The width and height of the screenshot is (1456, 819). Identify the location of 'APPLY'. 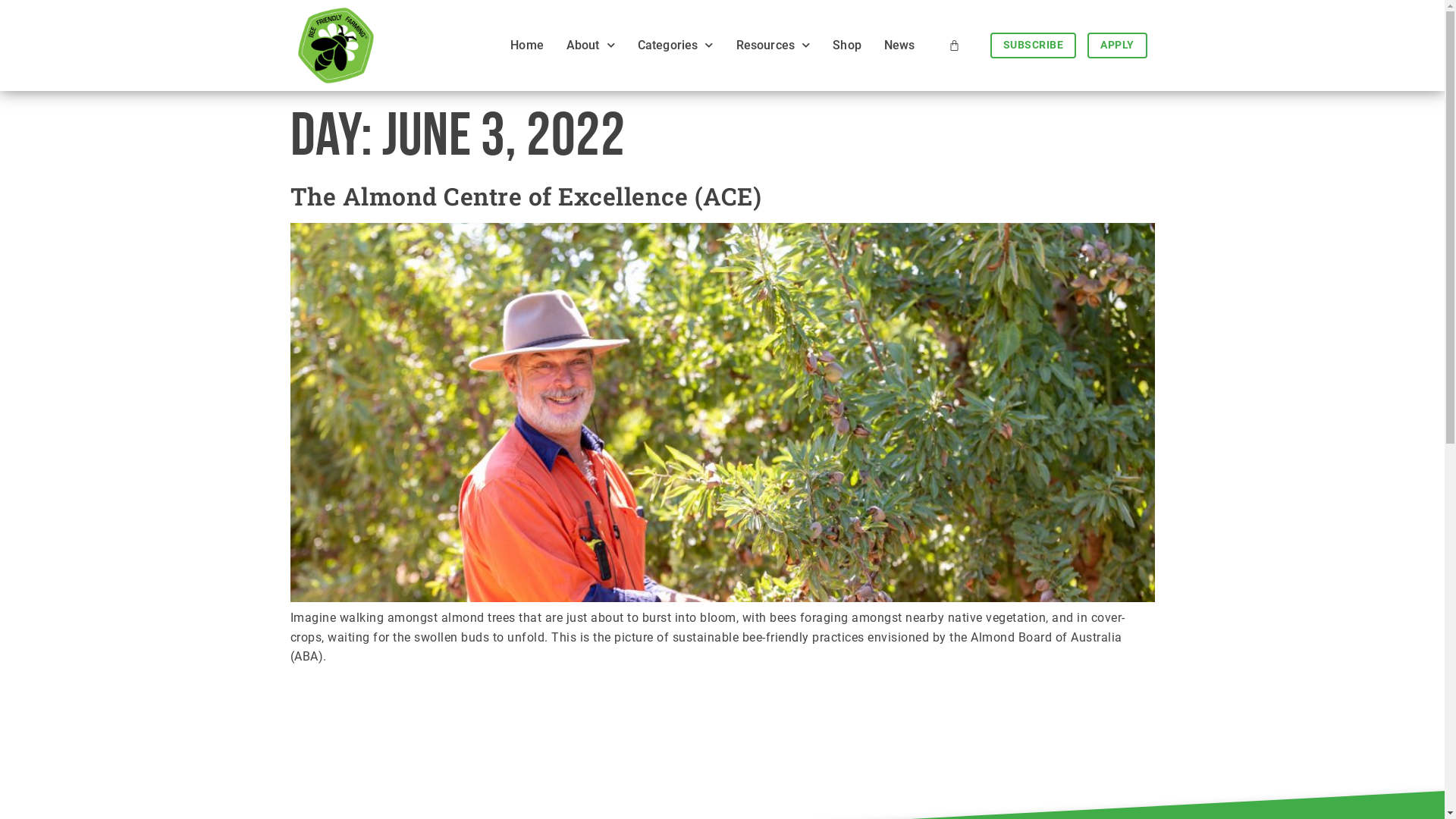
(1117, 45).